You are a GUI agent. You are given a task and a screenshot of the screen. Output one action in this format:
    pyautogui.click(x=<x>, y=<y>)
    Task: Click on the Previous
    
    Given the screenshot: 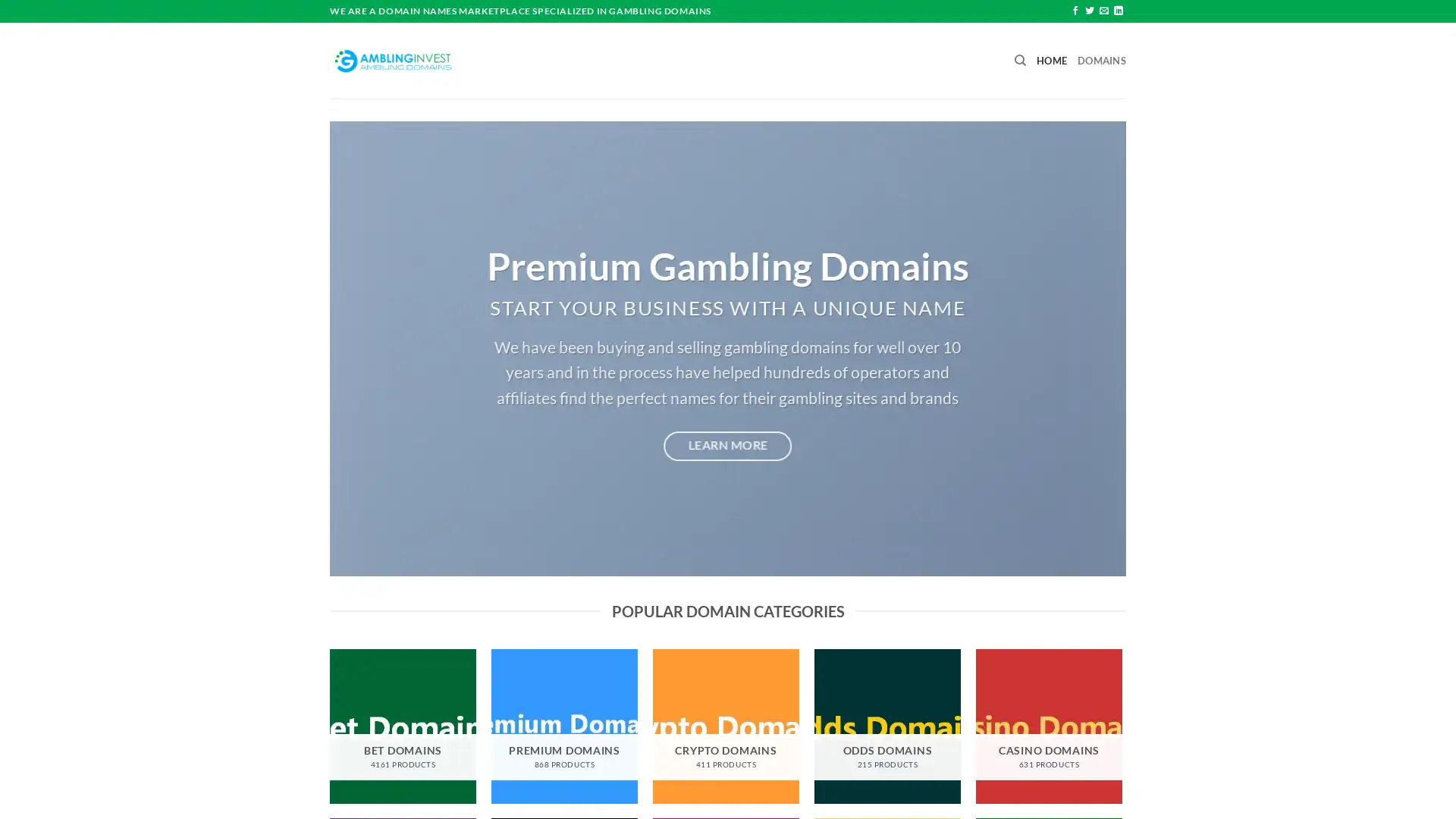 What is the action you would take?
    pyautogui.click(x=330, y=731)
    